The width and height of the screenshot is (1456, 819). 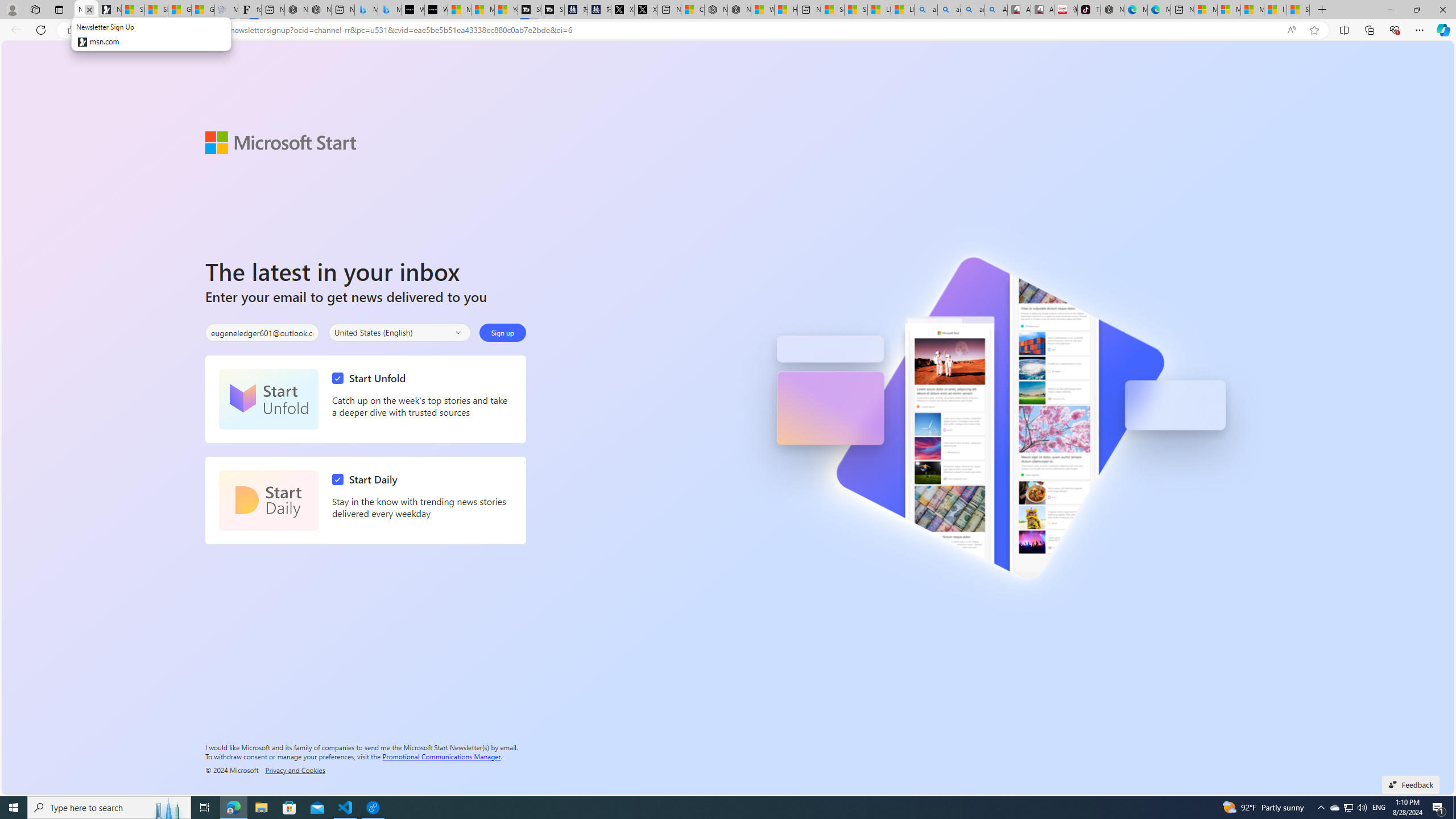 What do you see at coordinates (268, 500) in the screenshot?
I see `'Start Daily'` at bounding box center [268, 500].